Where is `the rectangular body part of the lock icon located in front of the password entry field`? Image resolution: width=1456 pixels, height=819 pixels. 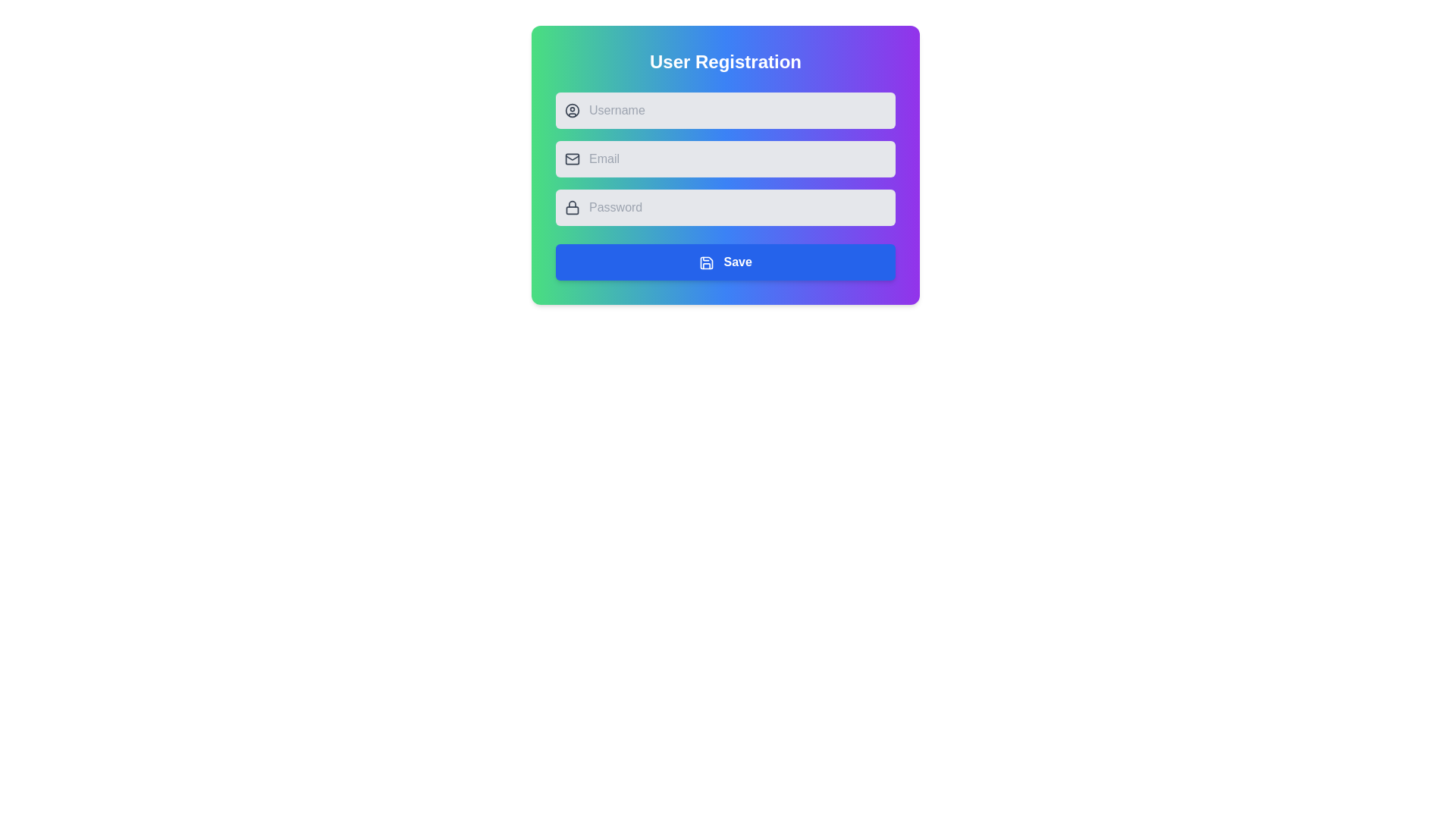
the rectangular body part of the lock icon located in front of the password entry field is located at coordinates (571, 210).